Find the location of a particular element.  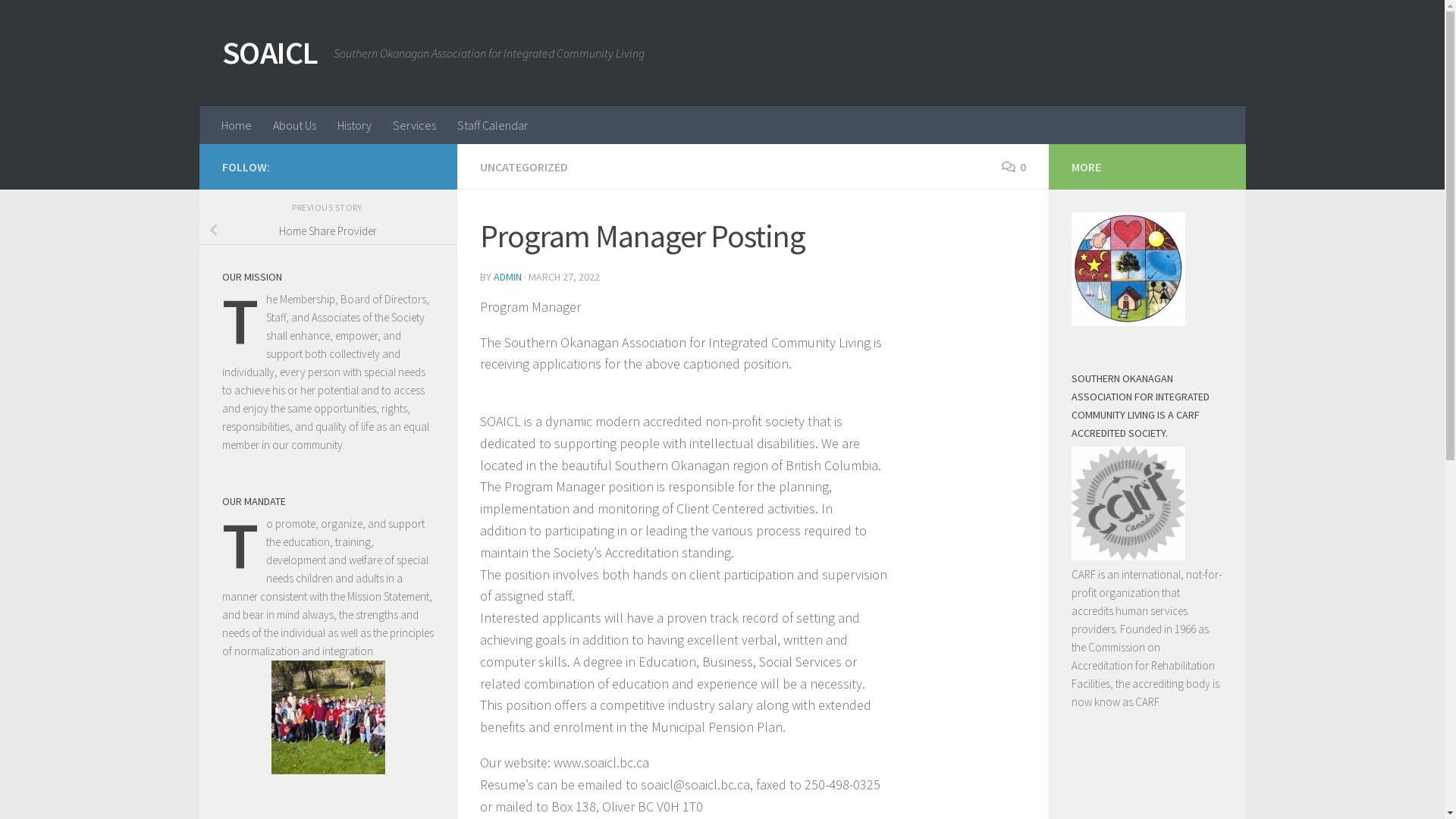

'ADMIN' is located at coordinates (507, 277).